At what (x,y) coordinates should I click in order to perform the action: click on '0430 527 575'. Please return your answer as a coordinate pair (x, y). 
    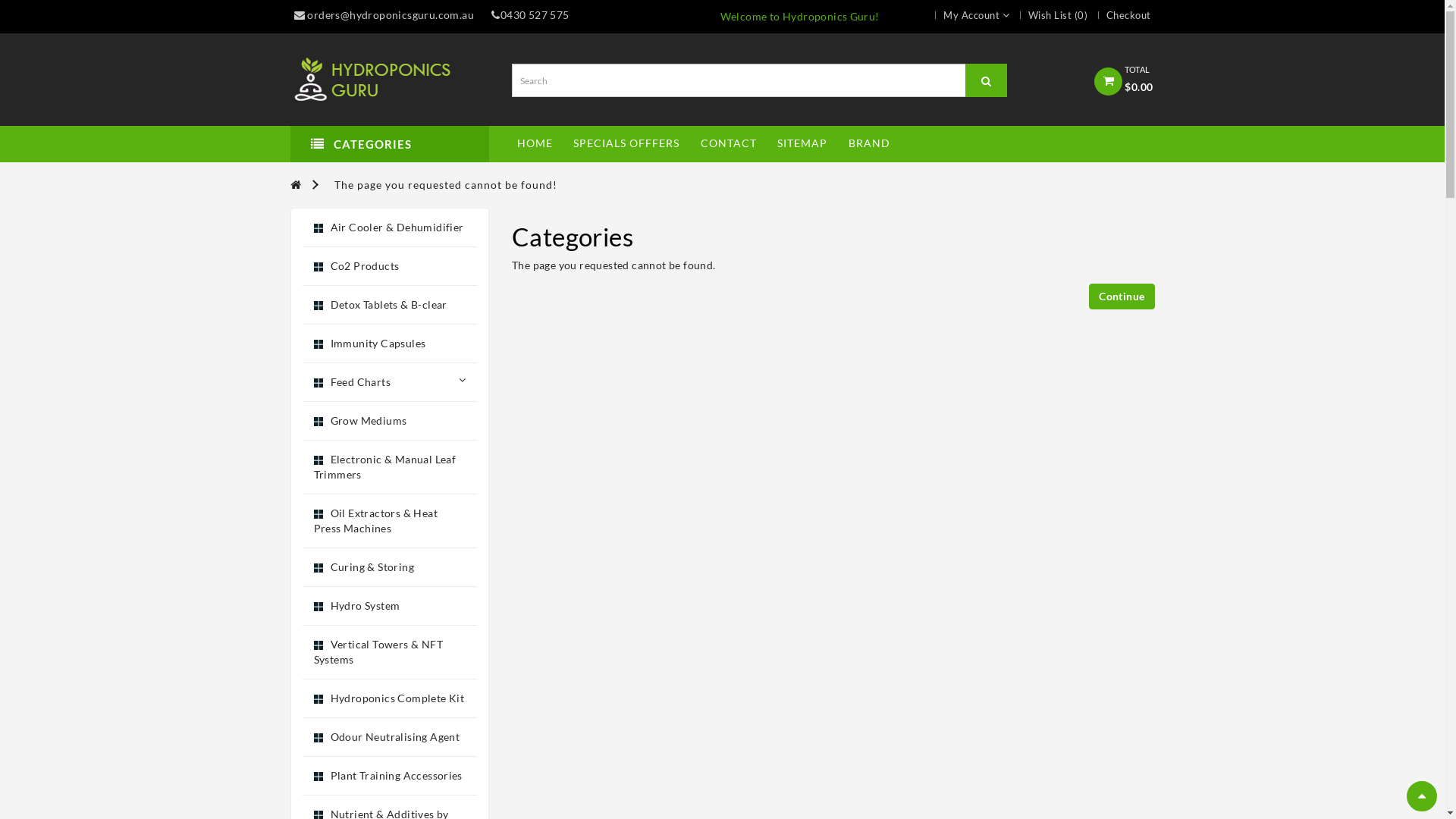
    Looking at the image, I should click on (491, 14).